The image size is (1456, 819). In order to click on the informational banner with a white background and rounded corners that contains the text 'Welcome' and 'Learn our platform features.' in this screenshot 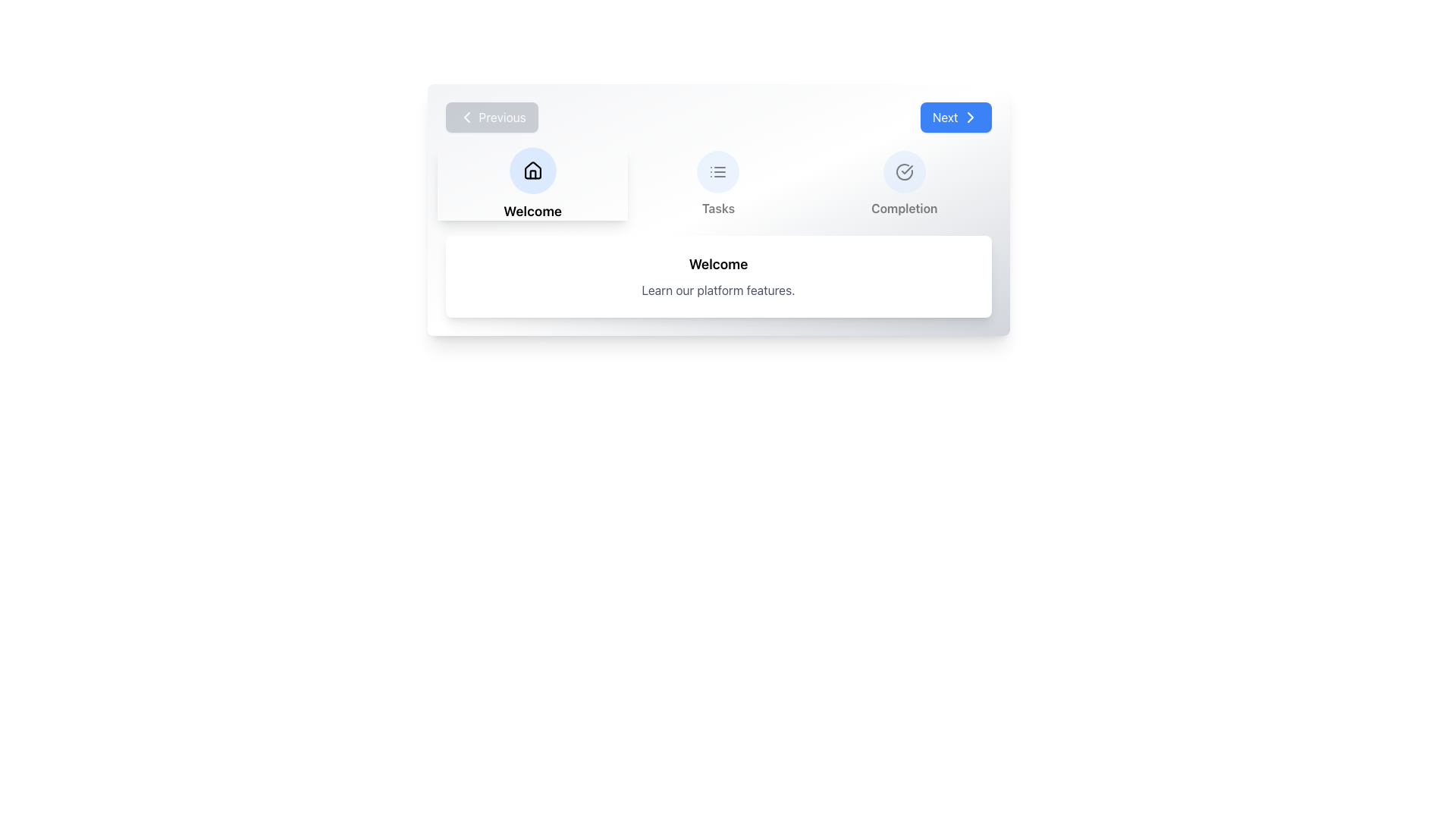, I will do `click(717, 277)`.